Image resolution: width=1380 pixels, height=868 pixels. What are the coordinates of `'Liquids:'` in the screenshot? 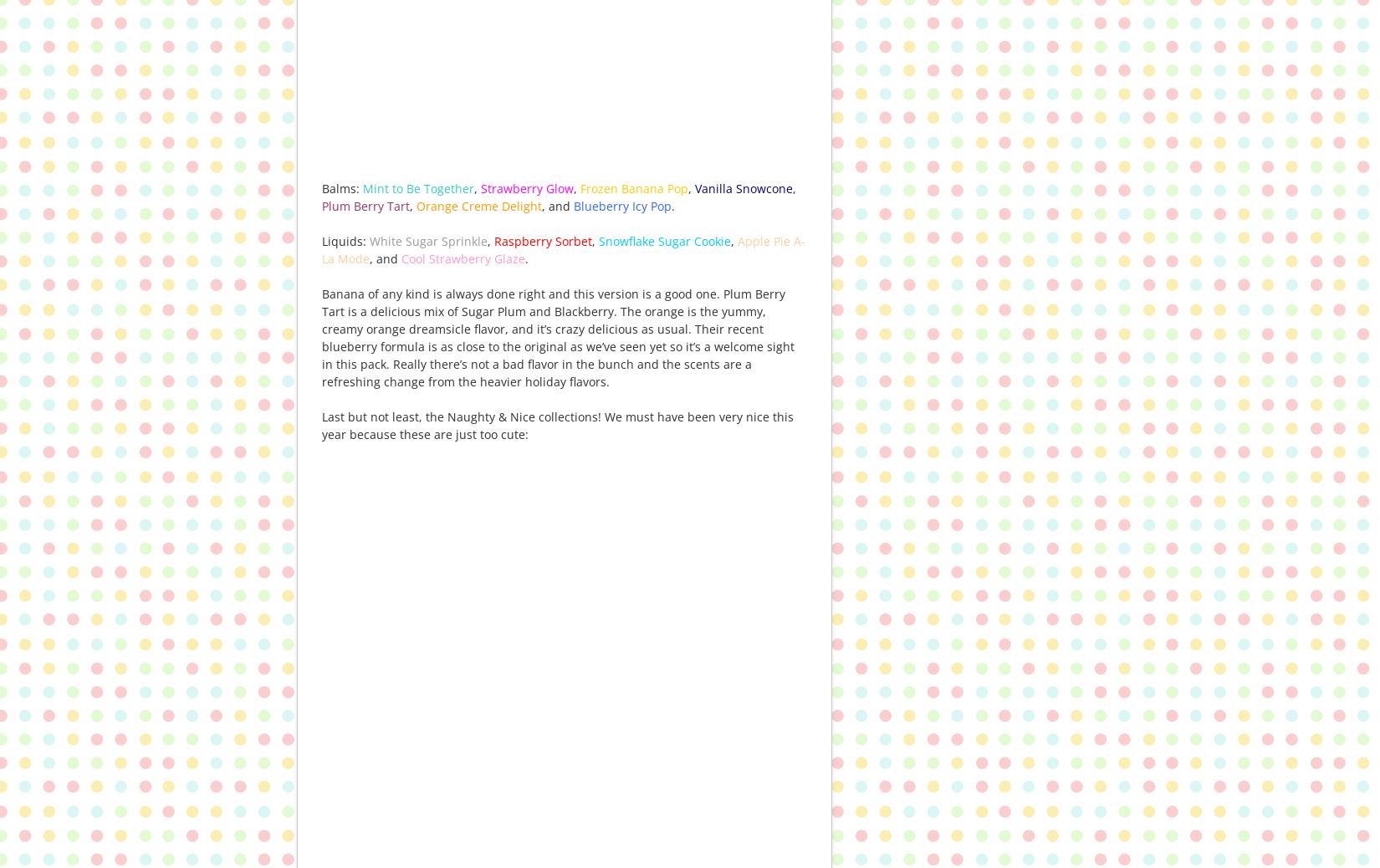 It's located at (345, 240).